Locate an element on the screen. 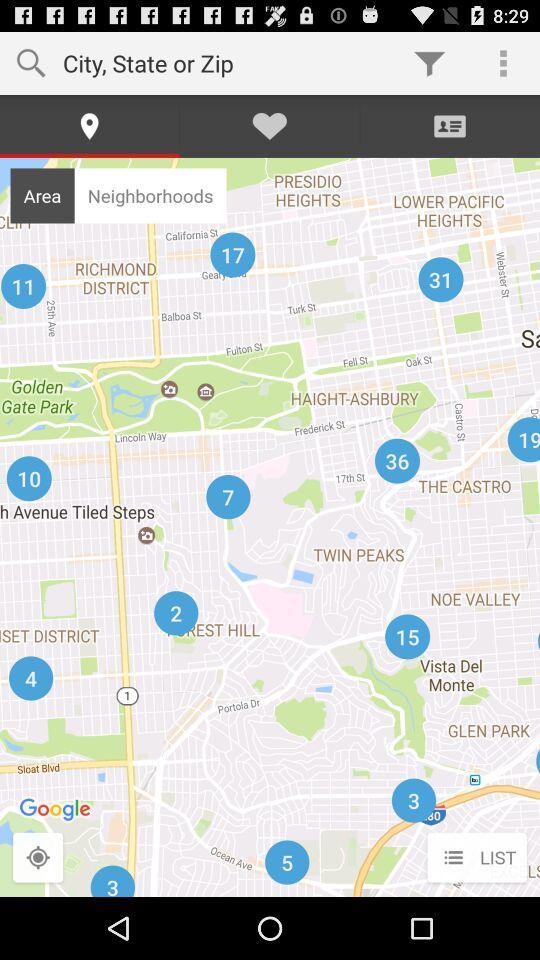  neighborhoods is located at coordinates (149, 195).